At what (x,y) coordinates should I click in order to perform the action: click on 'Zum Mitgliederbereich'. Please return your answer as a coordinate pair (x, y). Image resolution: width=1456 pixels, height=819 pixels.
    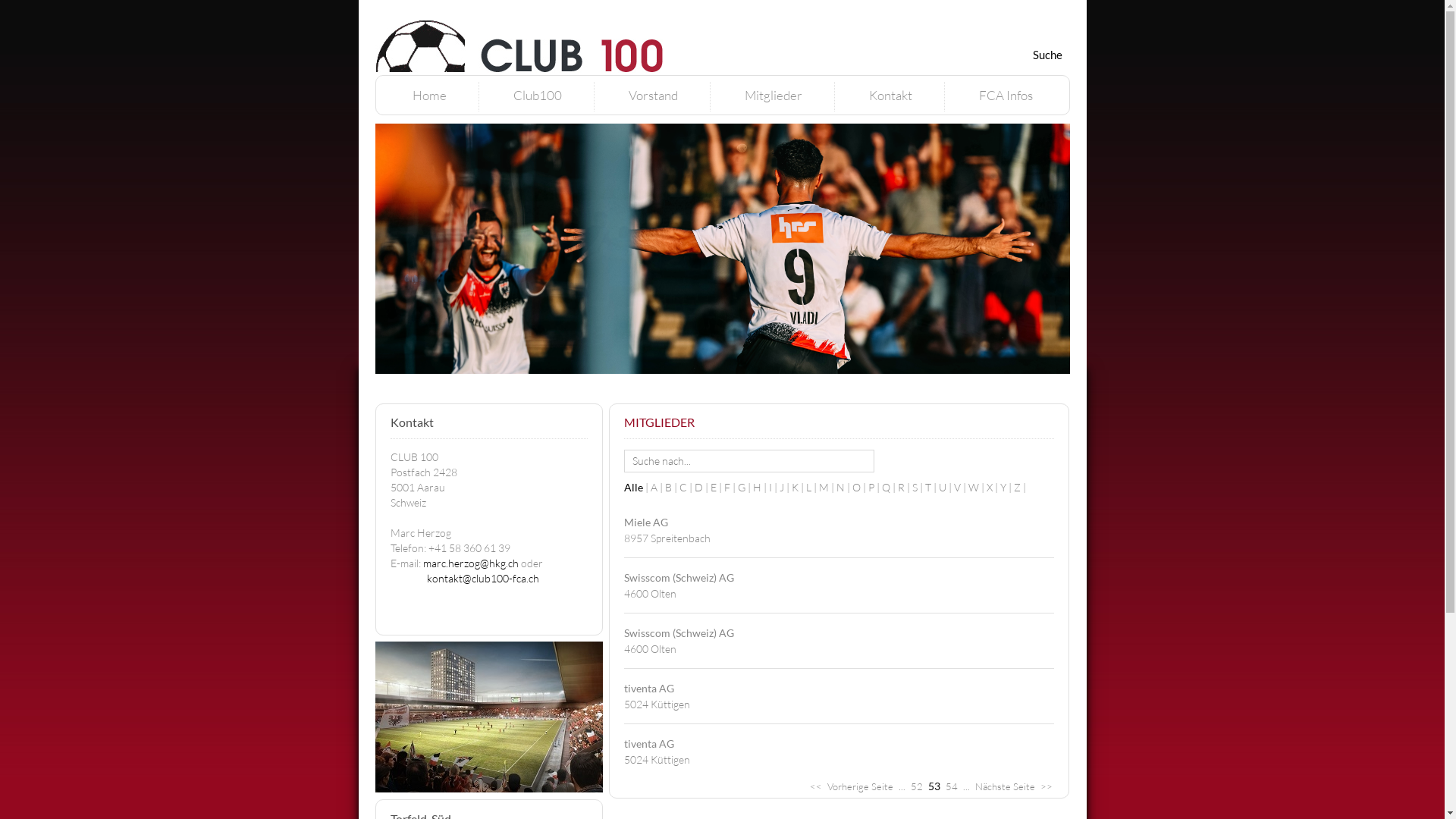
    Looking at the image, I should click on (927, 8).